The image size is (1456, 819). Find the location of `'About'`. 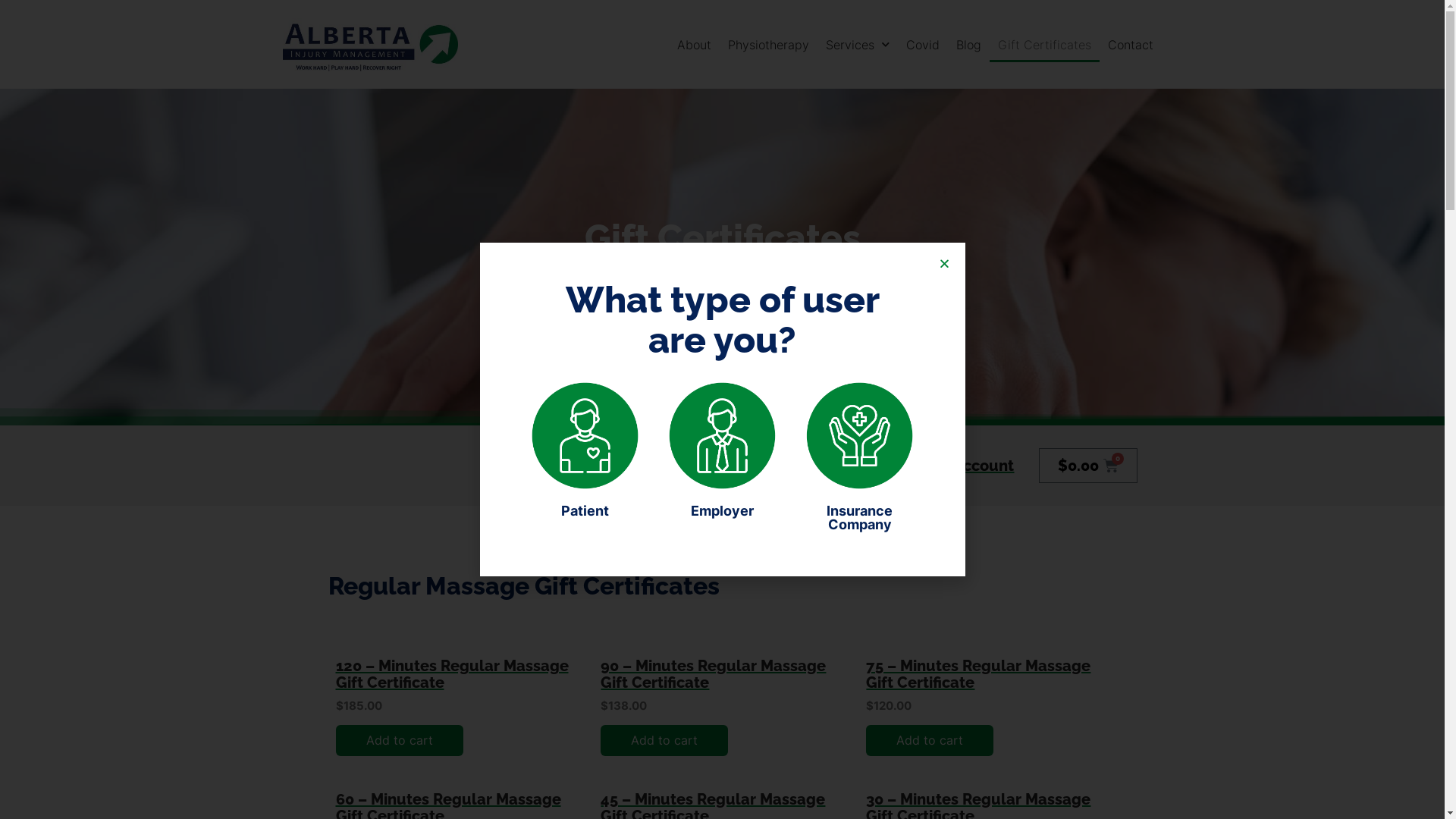

'About' is located at coordinates (693, 43).